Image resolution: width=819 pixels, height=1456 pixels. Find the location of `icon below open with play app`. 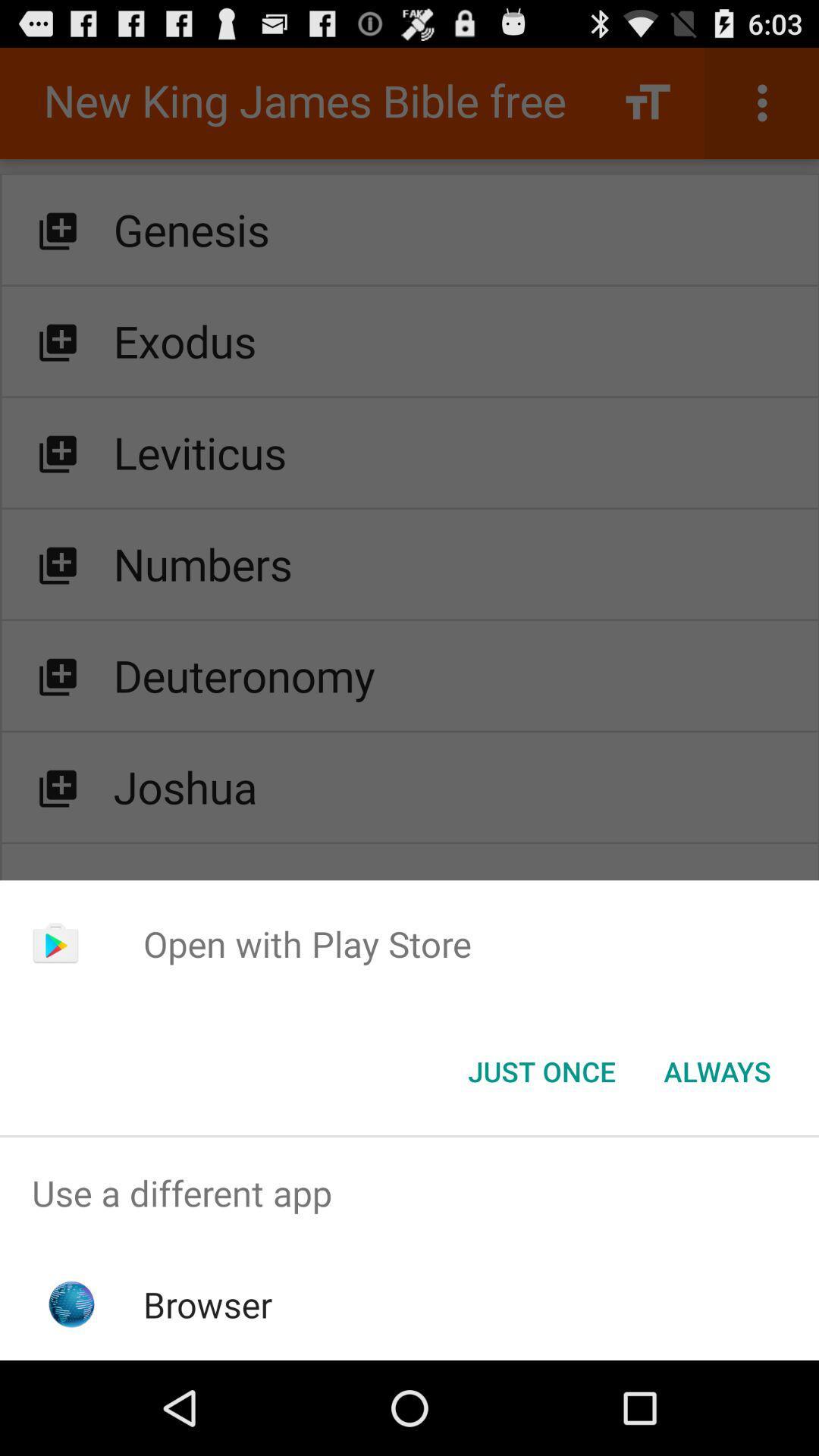

icon below open with play app is located at coordinates (541, 1070).